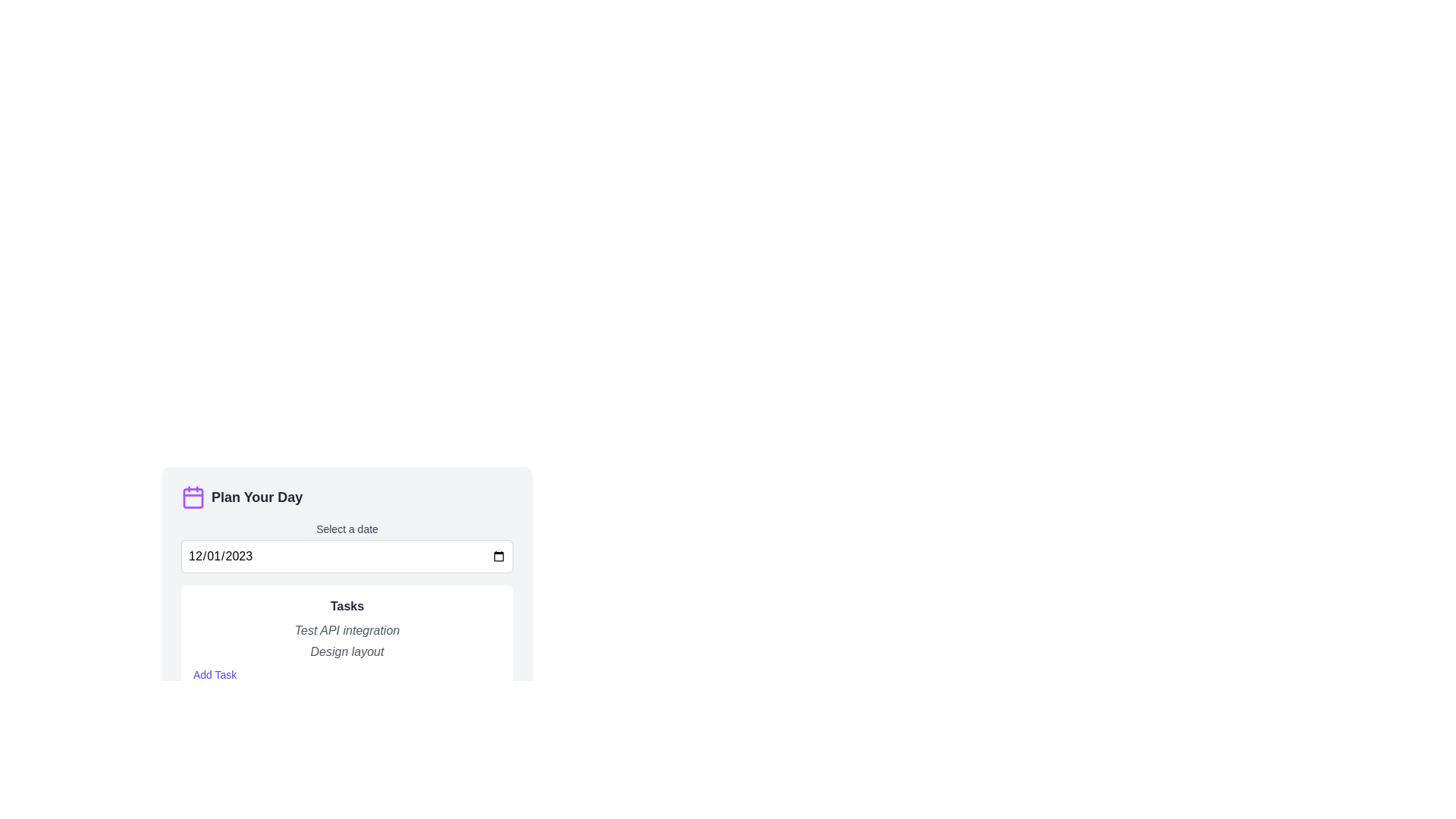 The width and height of the screenshot is (1456, 819). What do you see at coordinates (346, 564) in the screenshot?
I see `the date input field of the planner interface to select a date` at bounding box center [346, 564].